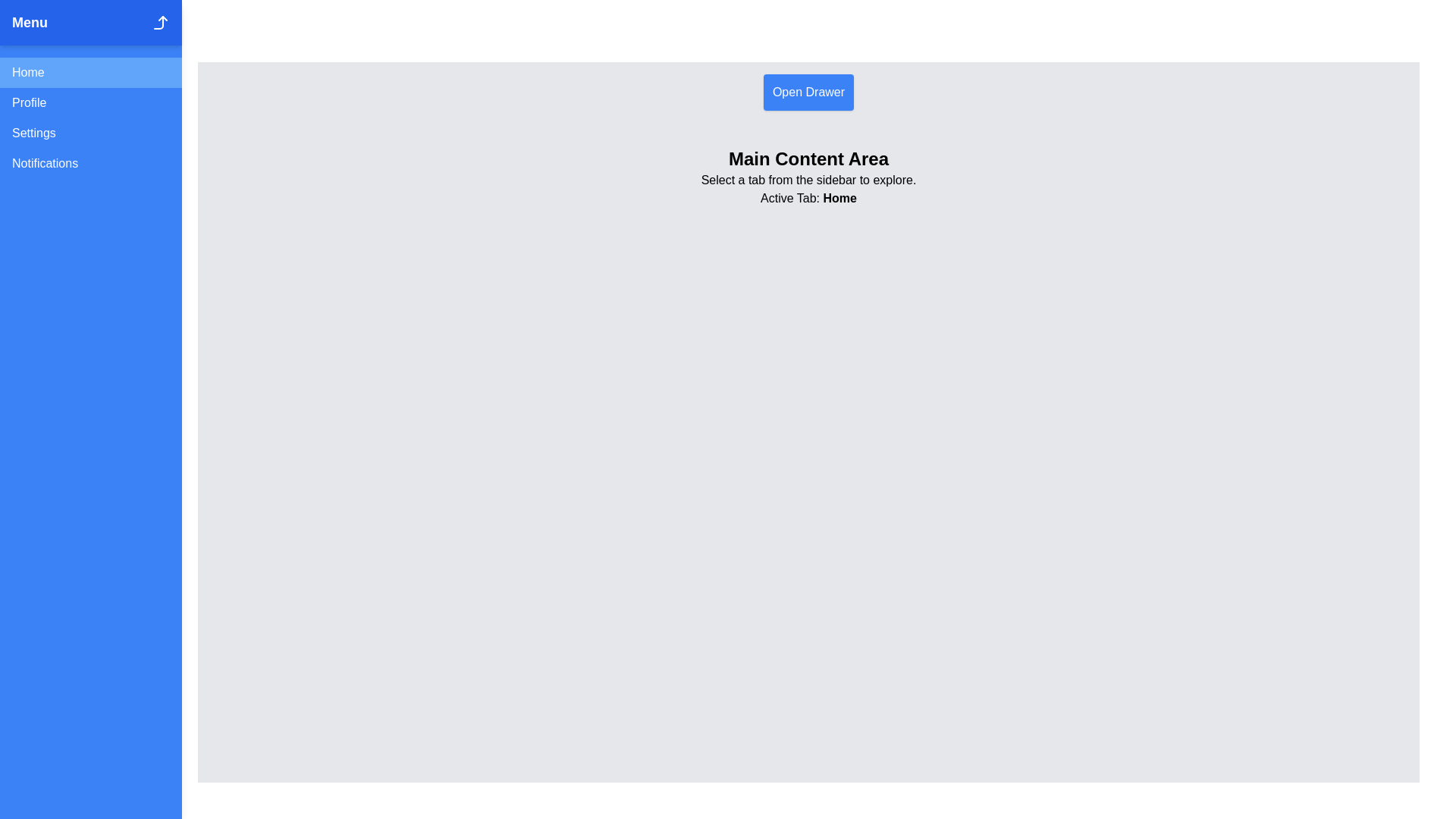  What do you see at coordinates (808, 93) in the screenshot?
I see `the interactive button located in the top portion of the main content area` at bounding box center [808, 93].